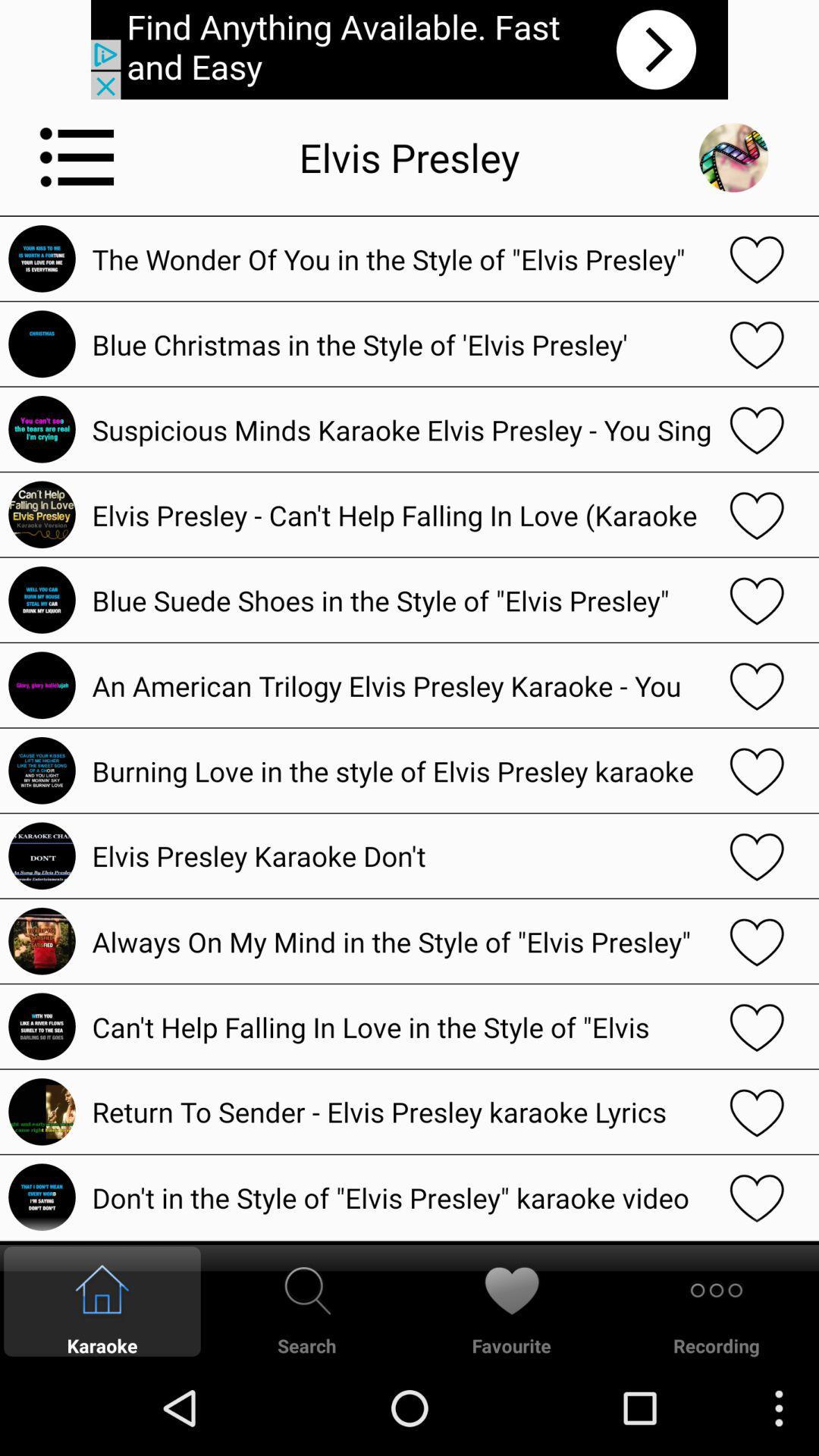 The image size is (819, 1456). Describe the element at coordinates (757, 1196) in the screenshot. I see `love selection` at that location.